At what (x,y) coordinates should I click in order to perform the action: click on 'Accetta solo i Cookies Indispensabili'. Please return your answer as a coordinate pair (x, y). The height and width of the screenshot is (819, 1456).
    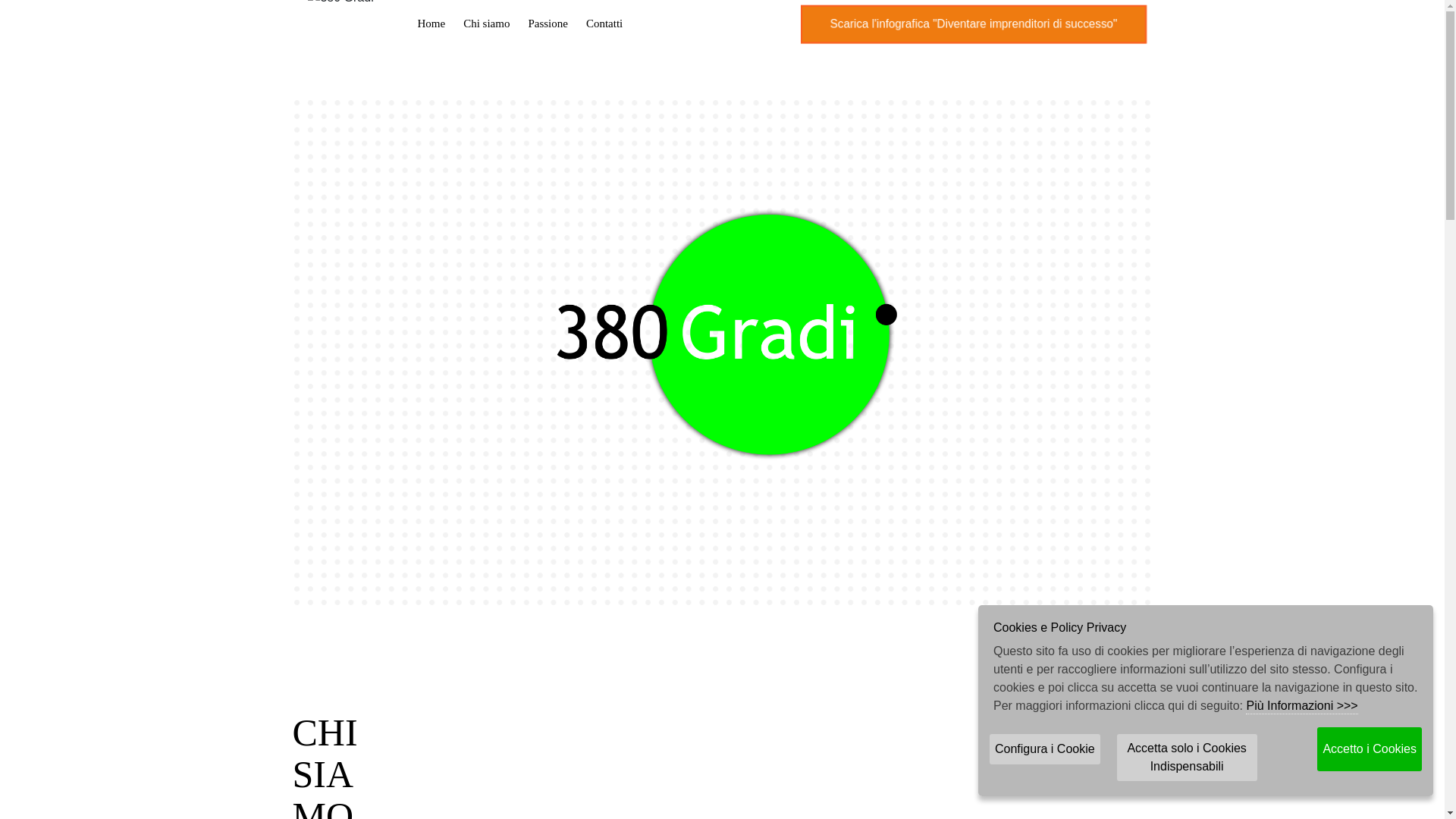
    Looking at the image, I should click on (1186, 758).